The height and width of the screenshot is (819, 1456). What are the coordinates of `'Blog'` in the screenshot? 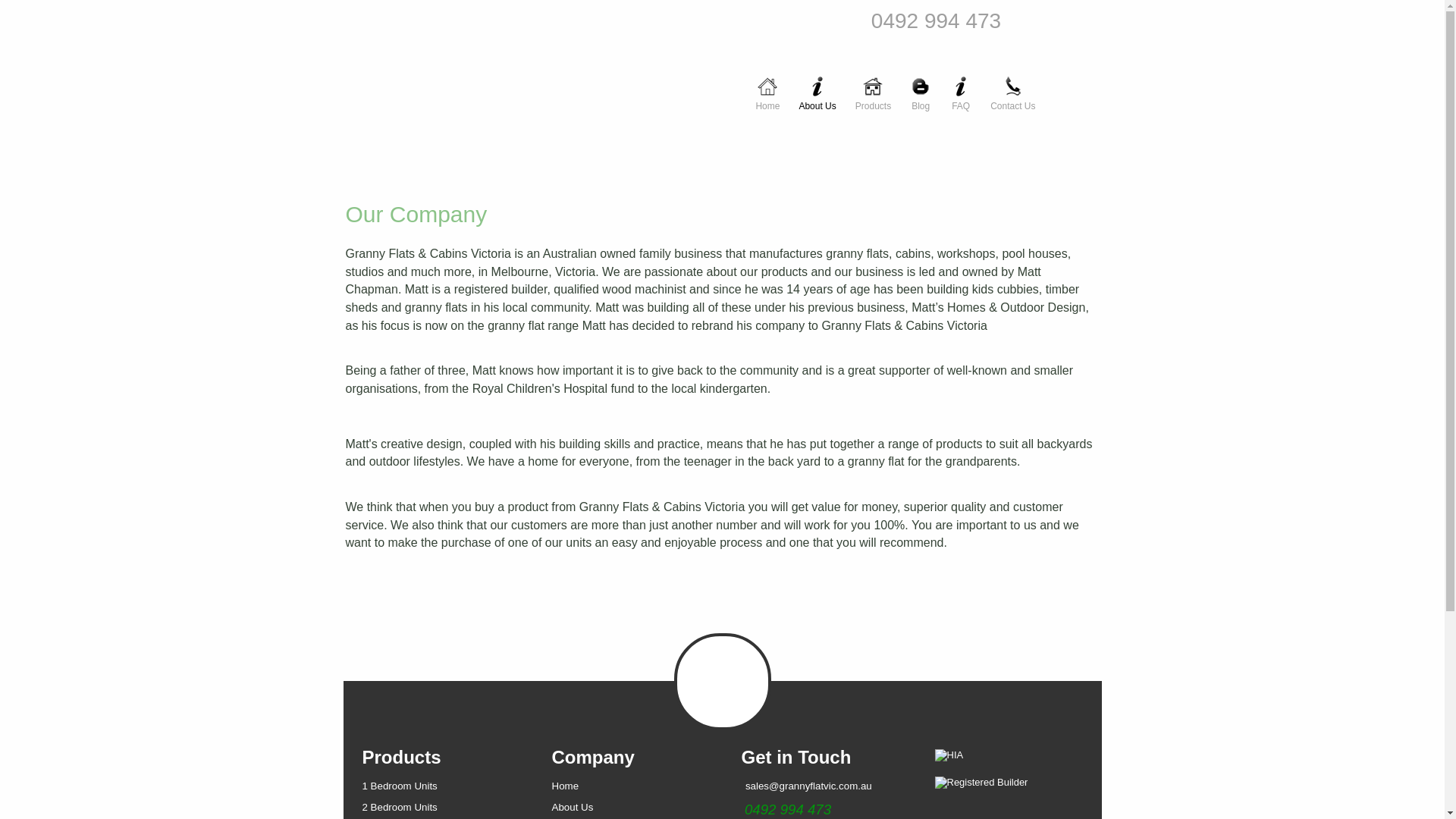 It's located at (920, 85).